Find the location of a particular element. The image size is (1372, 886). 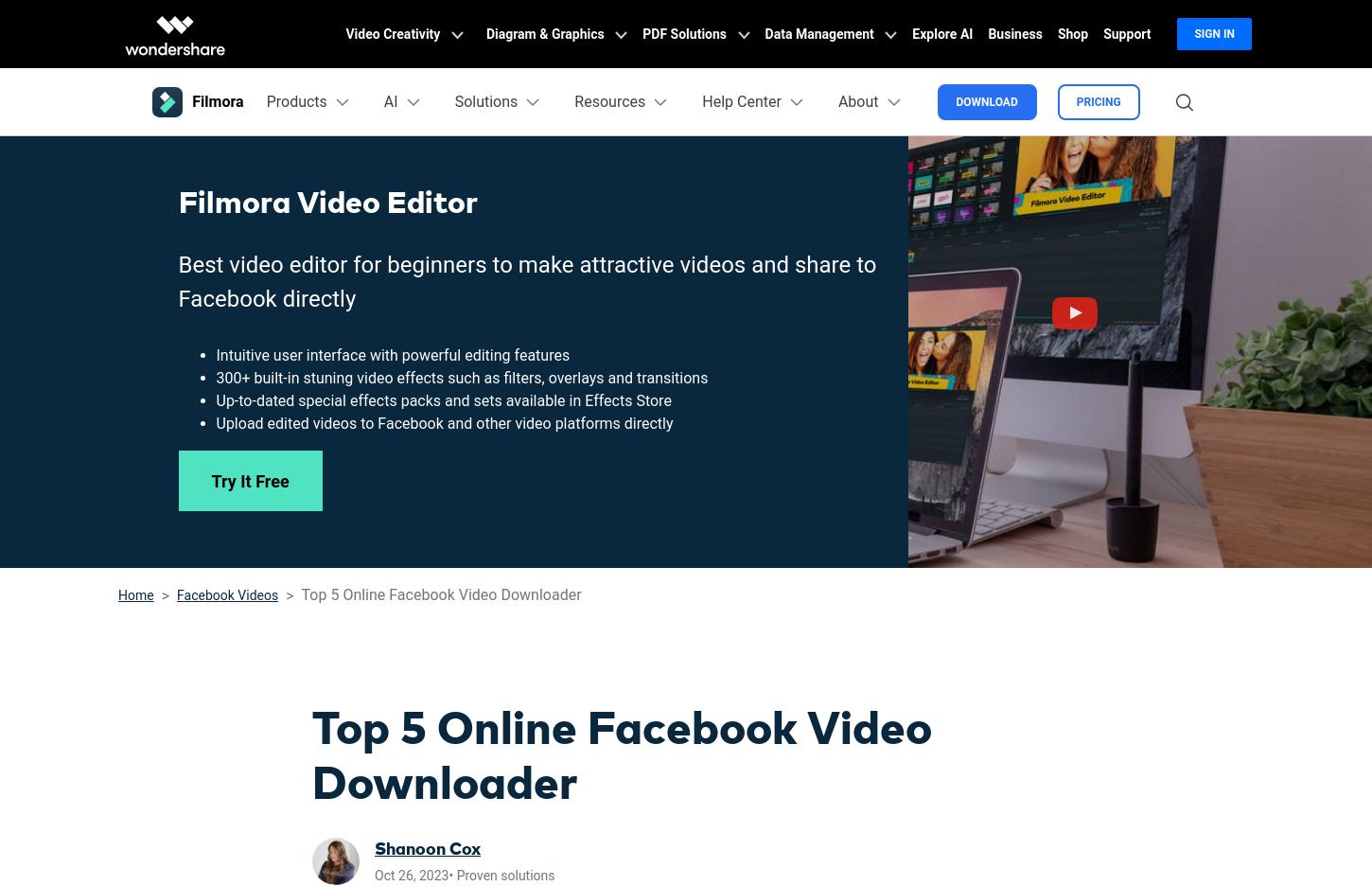

'Oct 26, 2023• Proven solutions' is located at coordinates (464, 875).